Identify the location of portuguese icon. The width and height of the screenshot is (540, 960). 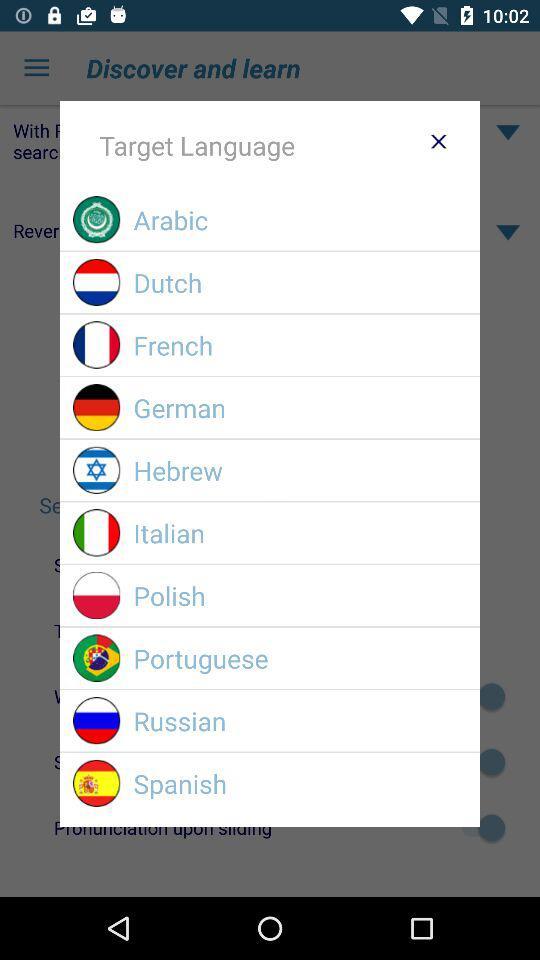
(299, 657).